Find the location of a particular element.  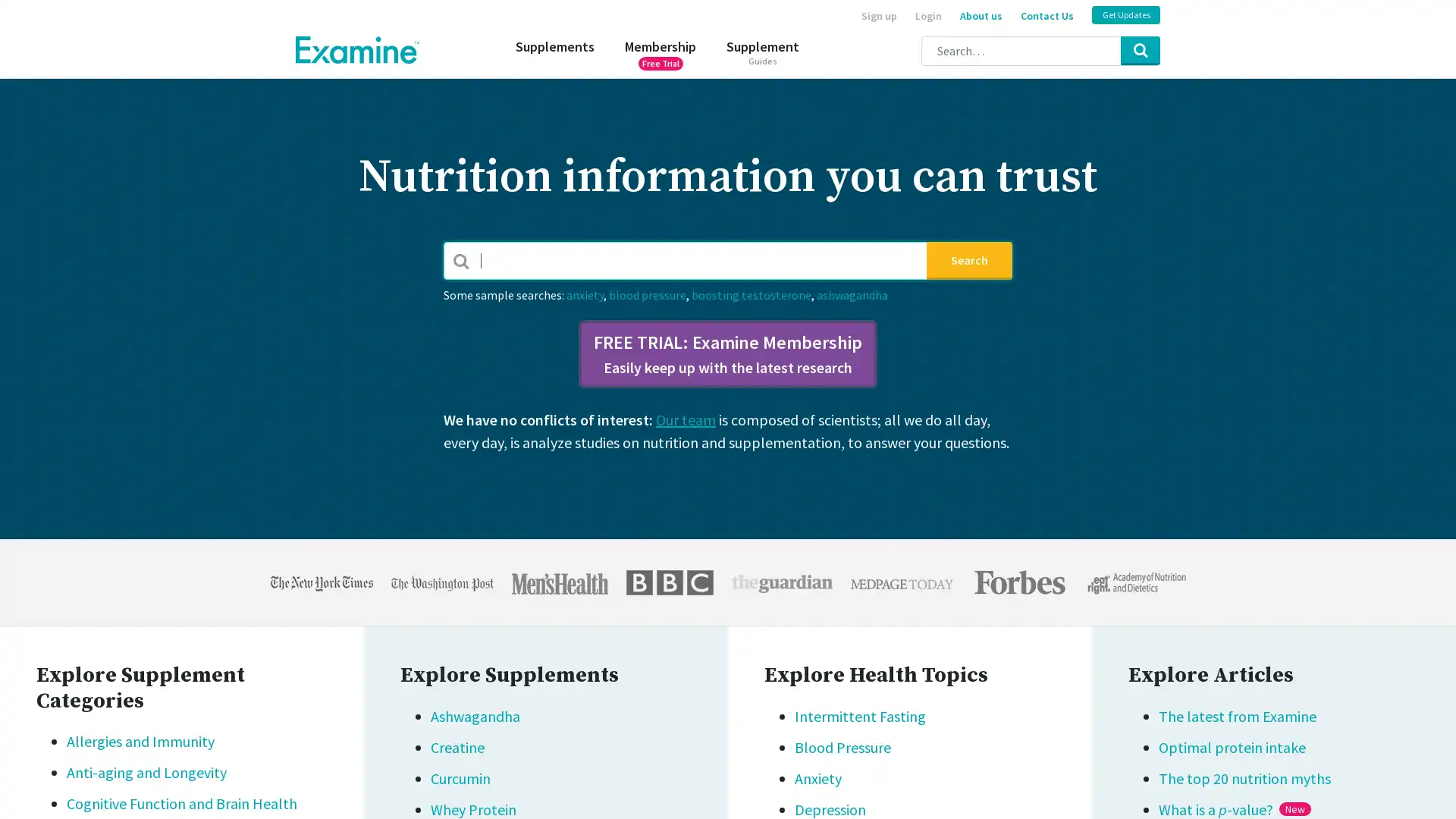

Search is located at coordinates (968, 259).